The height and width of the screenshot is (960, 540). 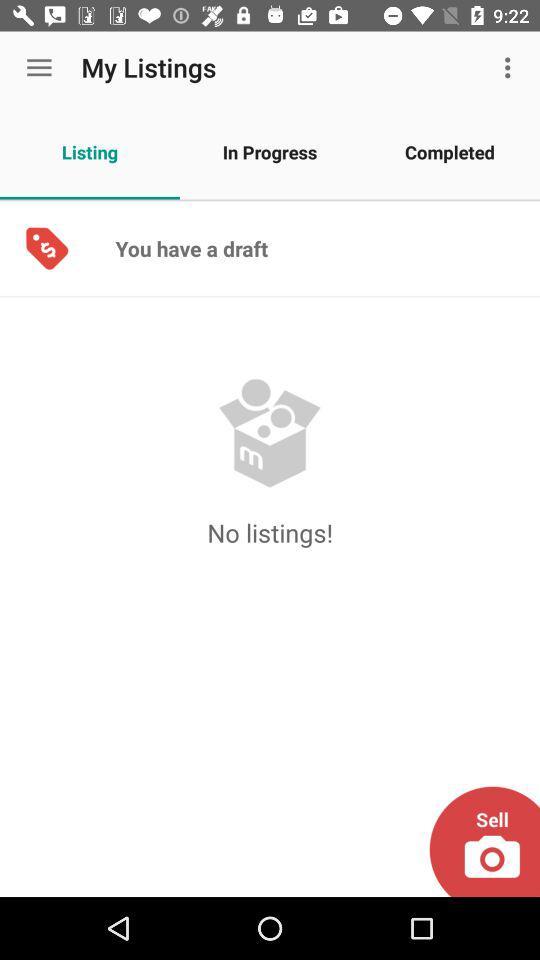 What do you see at coordinates (270, 433) in the screenshot?
I see `the icon above the text no listings` at bounding box center [270, 433].